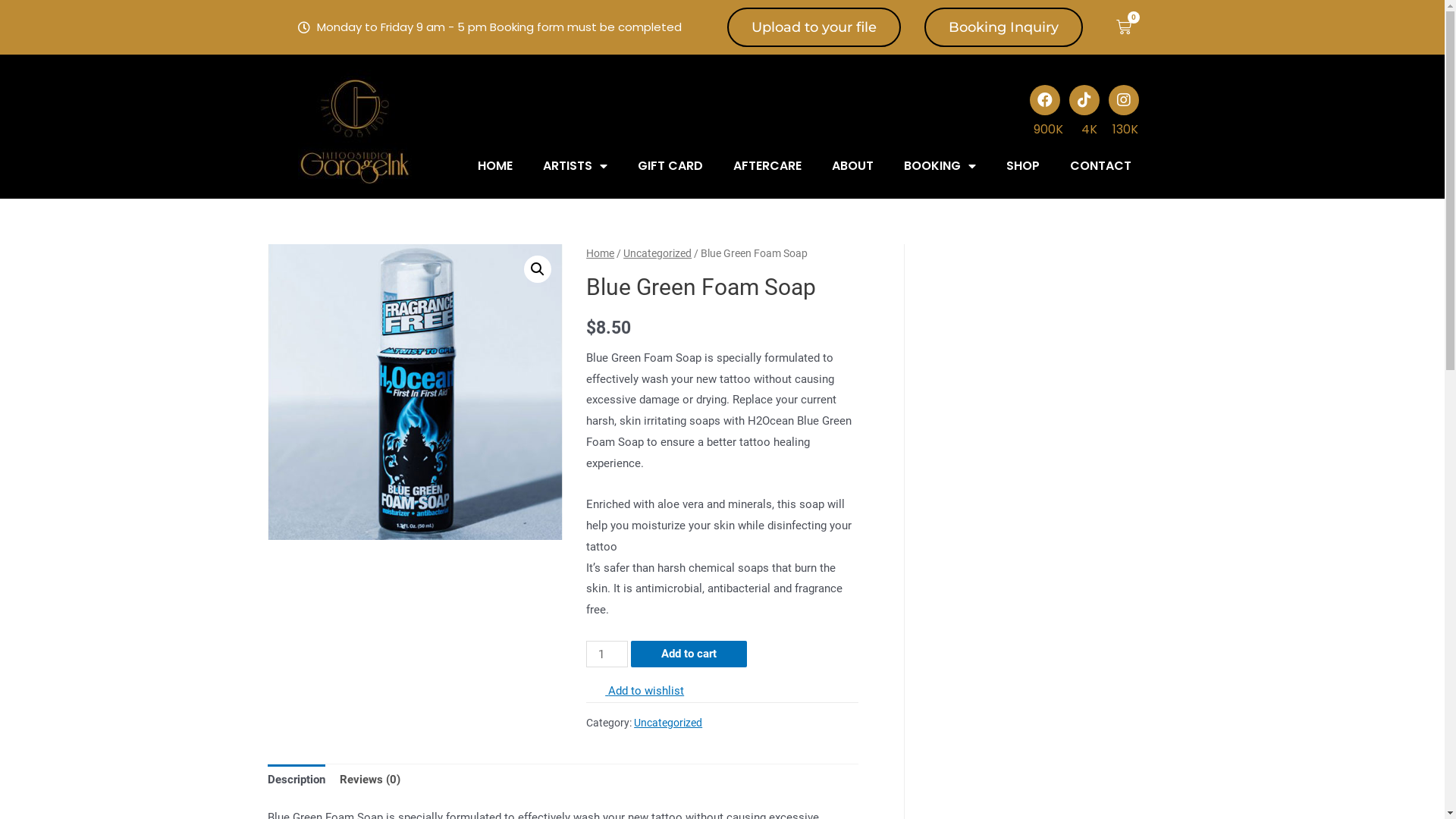  What do you see at coordinates (1054, 166) in the screenshot?
I see `'CONTACT'` at bounding box center [1054, 166].